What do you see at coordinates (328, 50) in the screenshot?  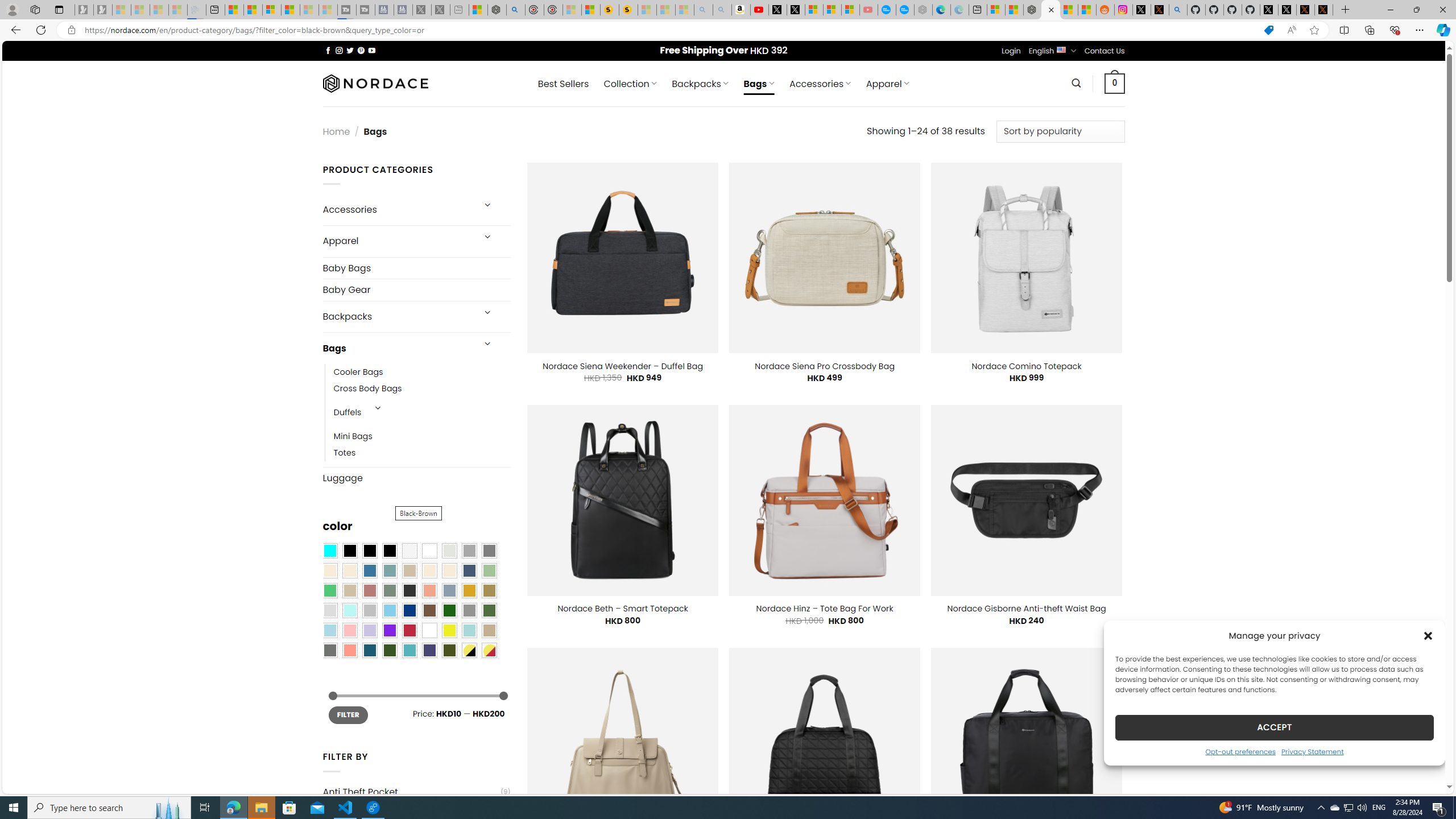 I see `'Follow on Facebook'` at bounding box center [328, 50].